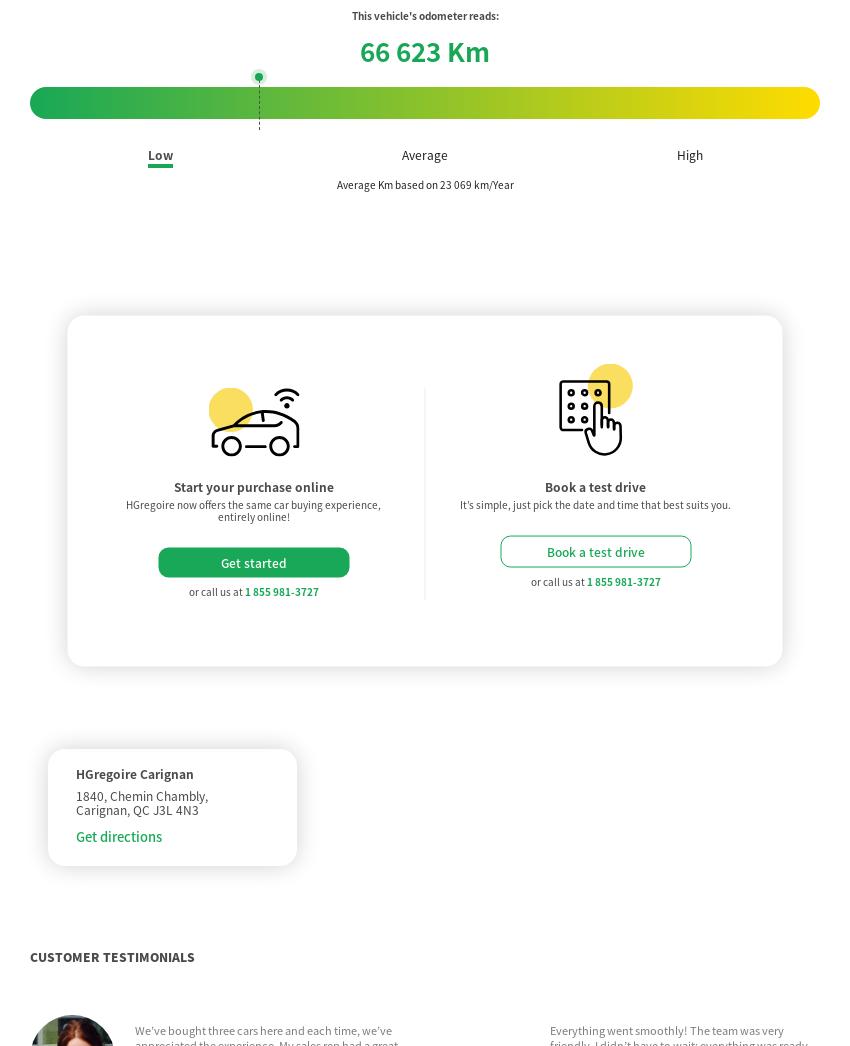 Image resolution: width=850 pixels, height=1046 pixels. I want to click on 'Alfa Romeo', so click(220, 945).